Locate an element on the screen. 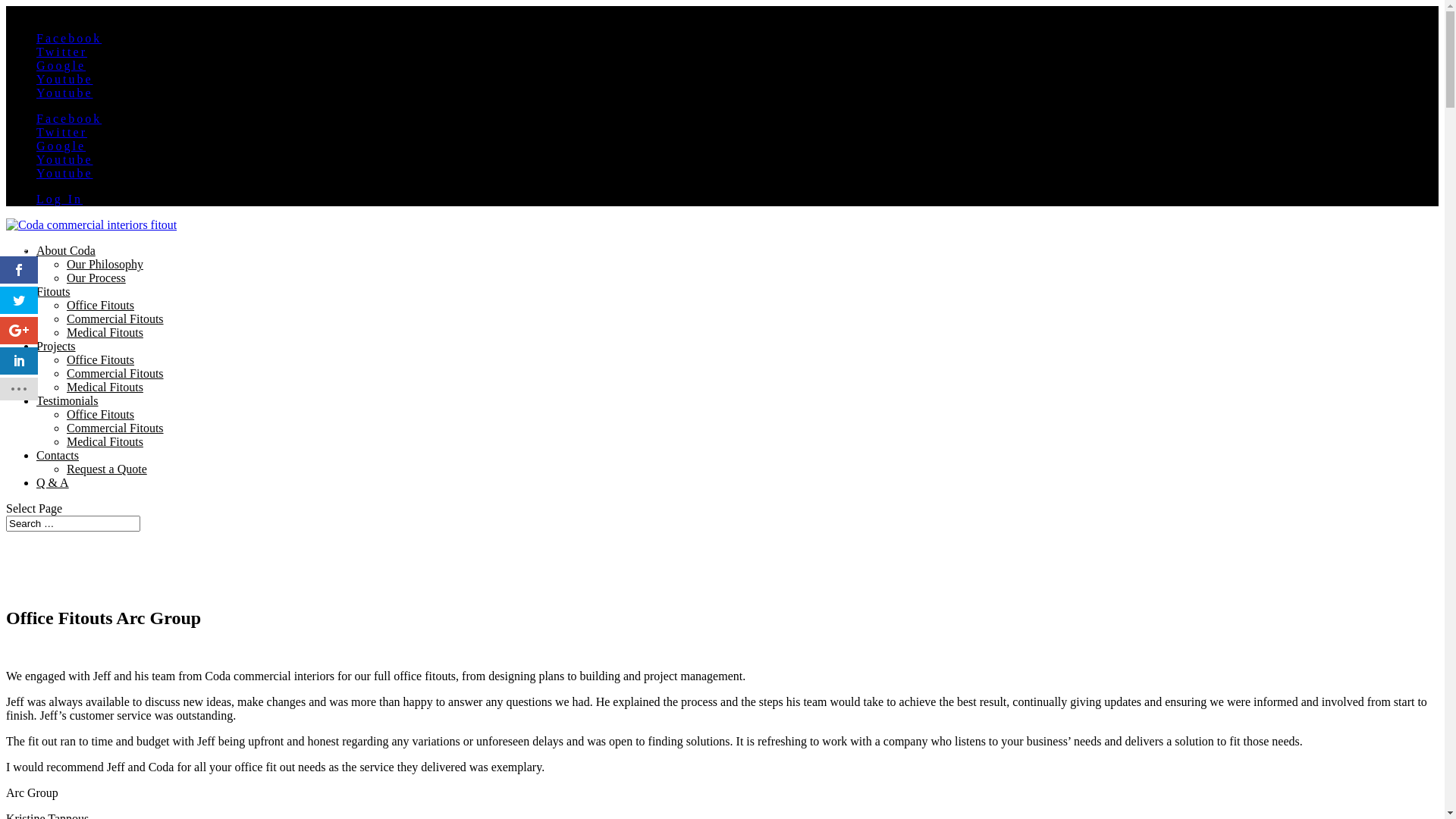 The image size is (1456, 819). 'Projects' is located at coordinates (55, 346).